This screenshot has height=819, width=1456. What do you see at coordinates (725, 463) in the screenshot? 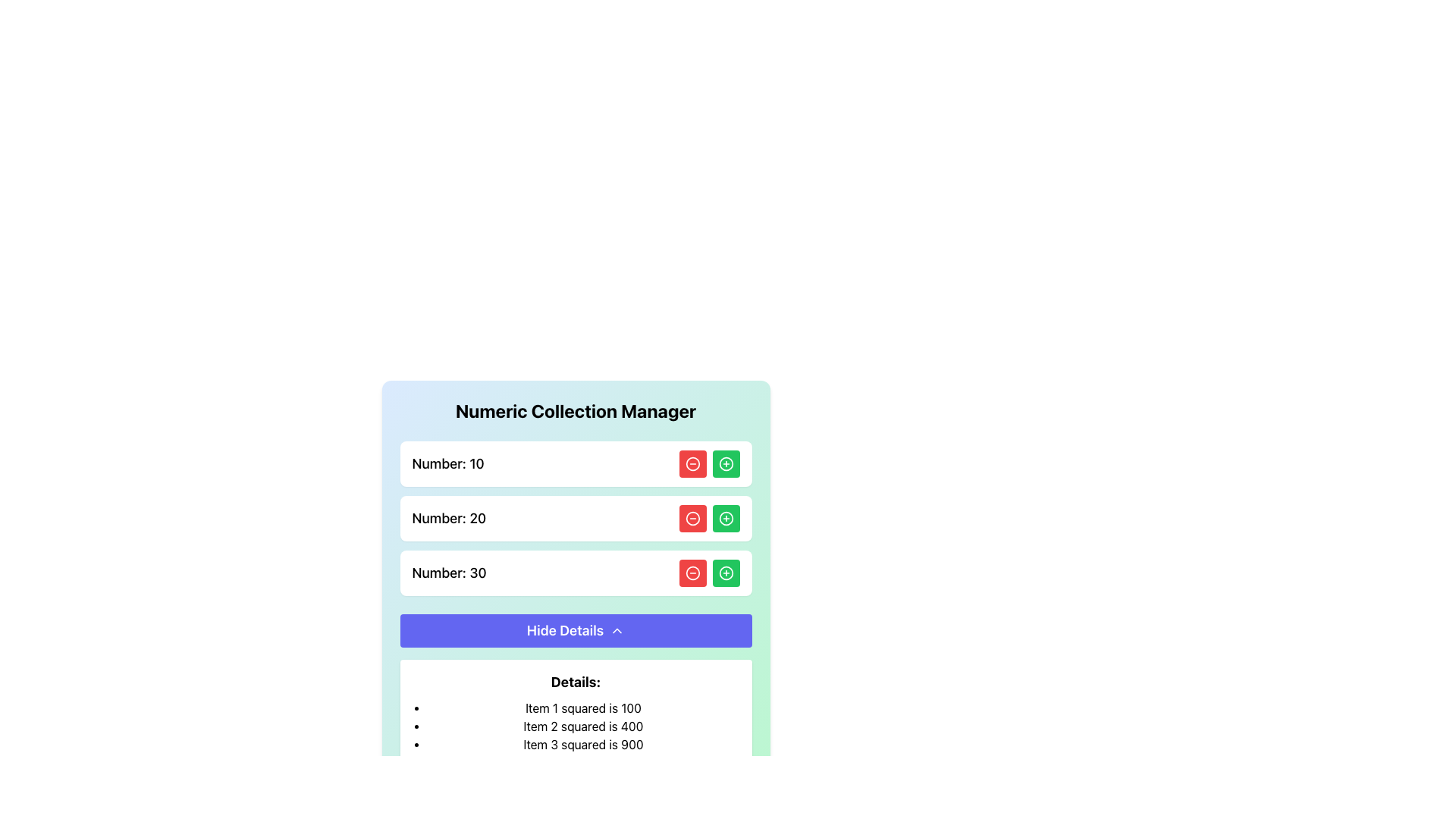
I see `the green circular button with a '+' symbol inside, located directly to the right of the 'Number: 30' text input, to engage its function` at bounding box center [725, 463].